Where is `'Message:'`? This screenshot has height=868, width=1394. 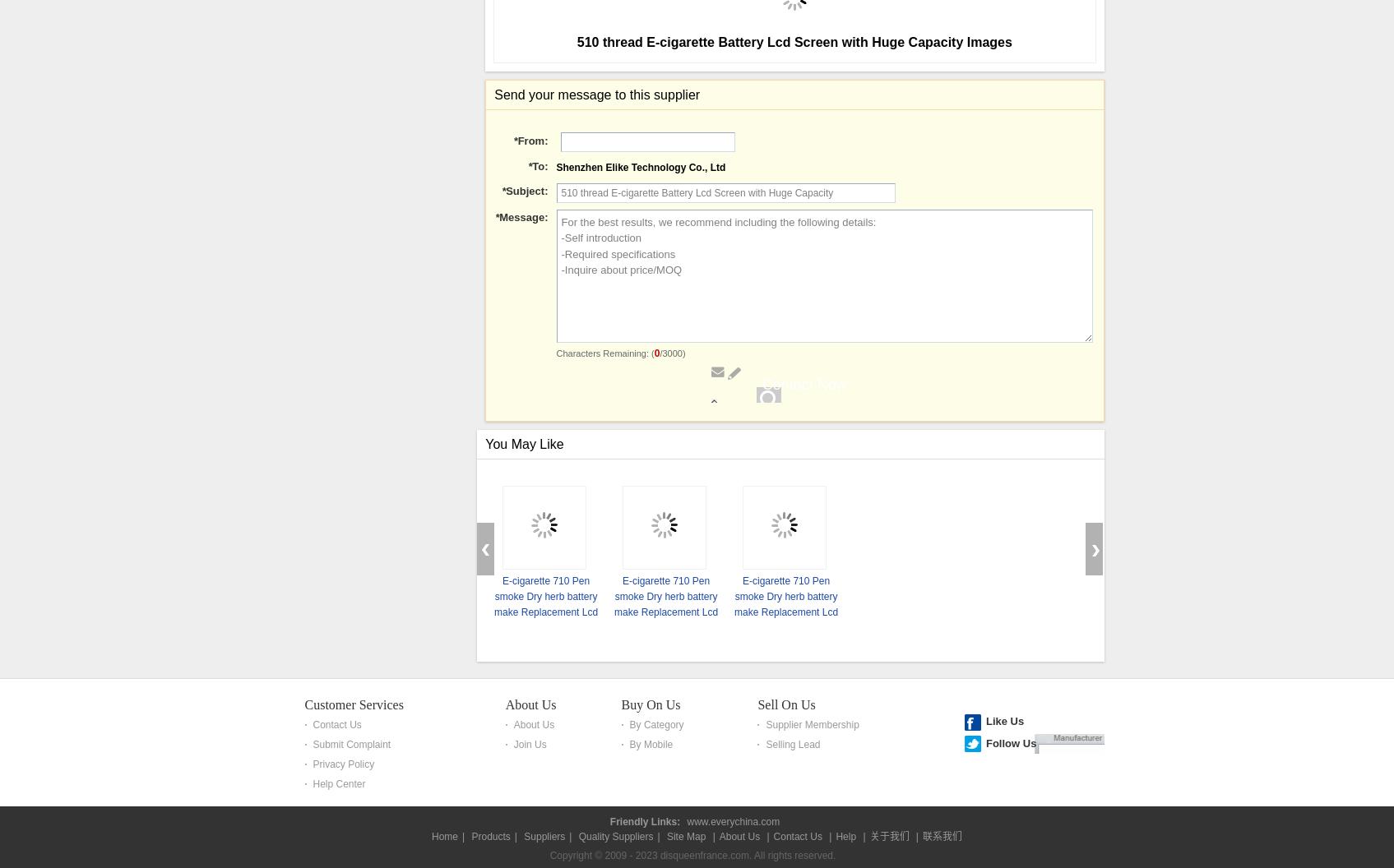 'Message:' is located at coordinates (522, 683).